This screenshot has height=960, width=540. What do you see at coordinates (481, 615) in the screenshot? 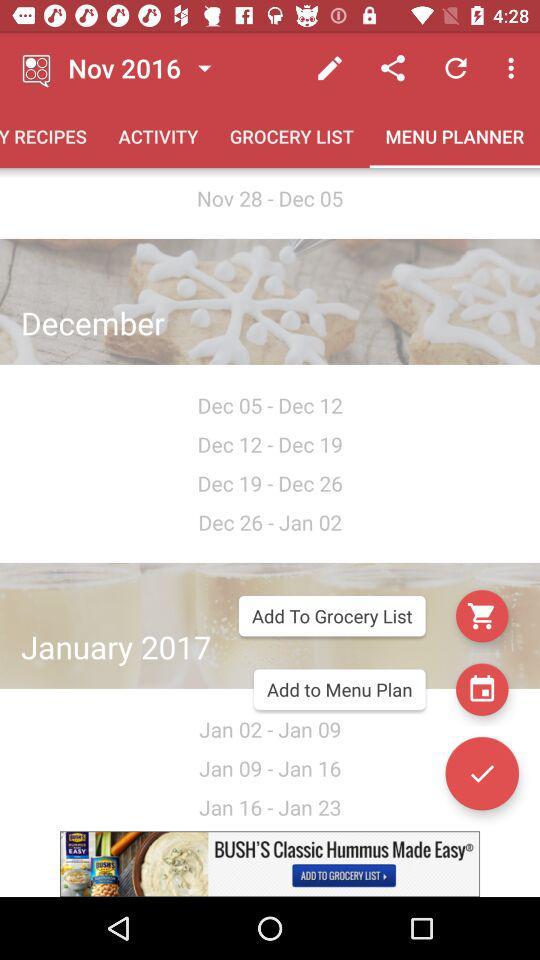
I see `grocery list option` at bounding box center [481, 615].